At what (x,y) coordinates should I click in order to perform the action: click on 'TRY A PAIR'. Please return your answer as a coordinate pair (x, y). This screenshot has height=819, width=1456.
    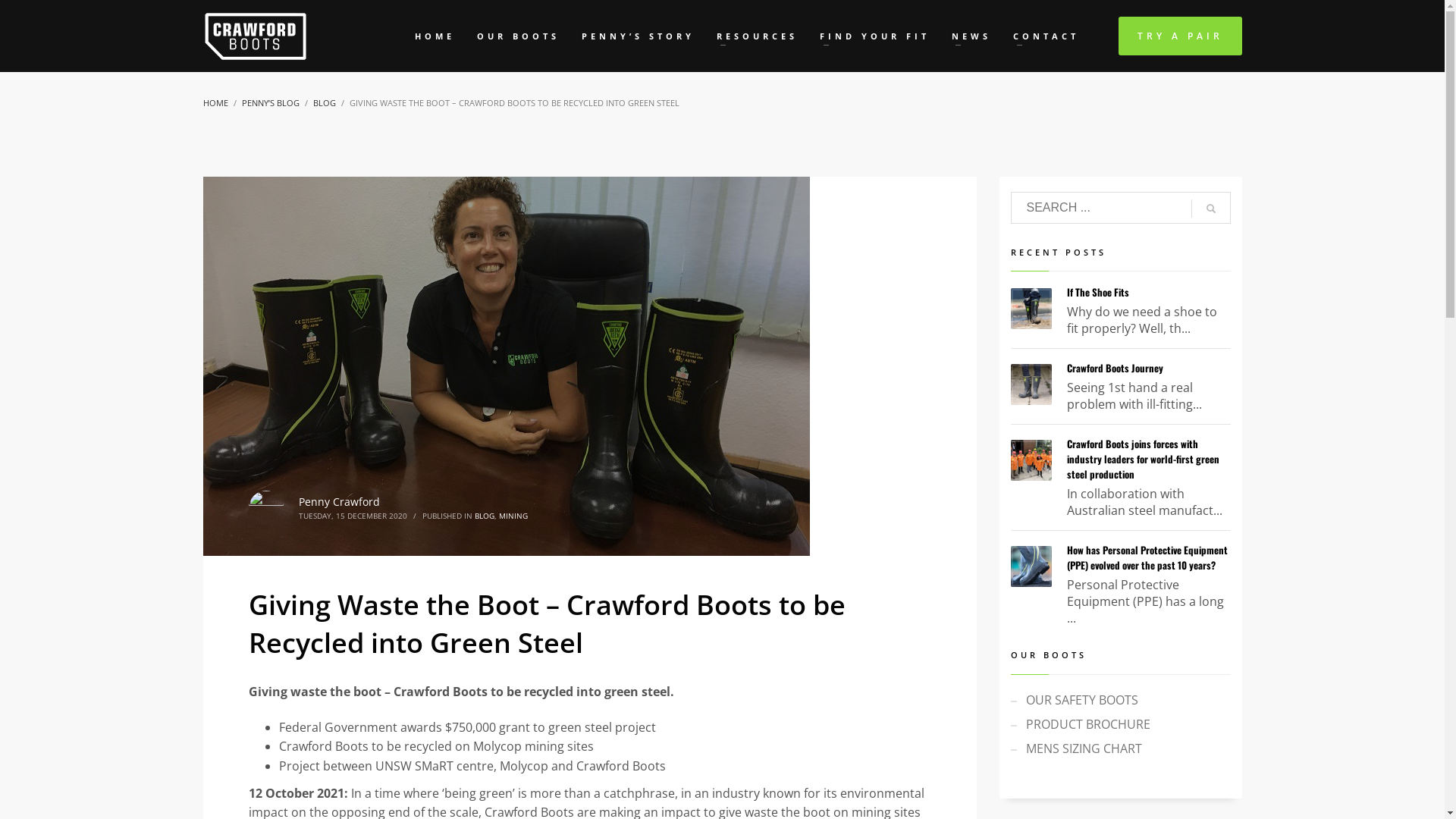
    Looking at the image, I should click on (1178, 35).